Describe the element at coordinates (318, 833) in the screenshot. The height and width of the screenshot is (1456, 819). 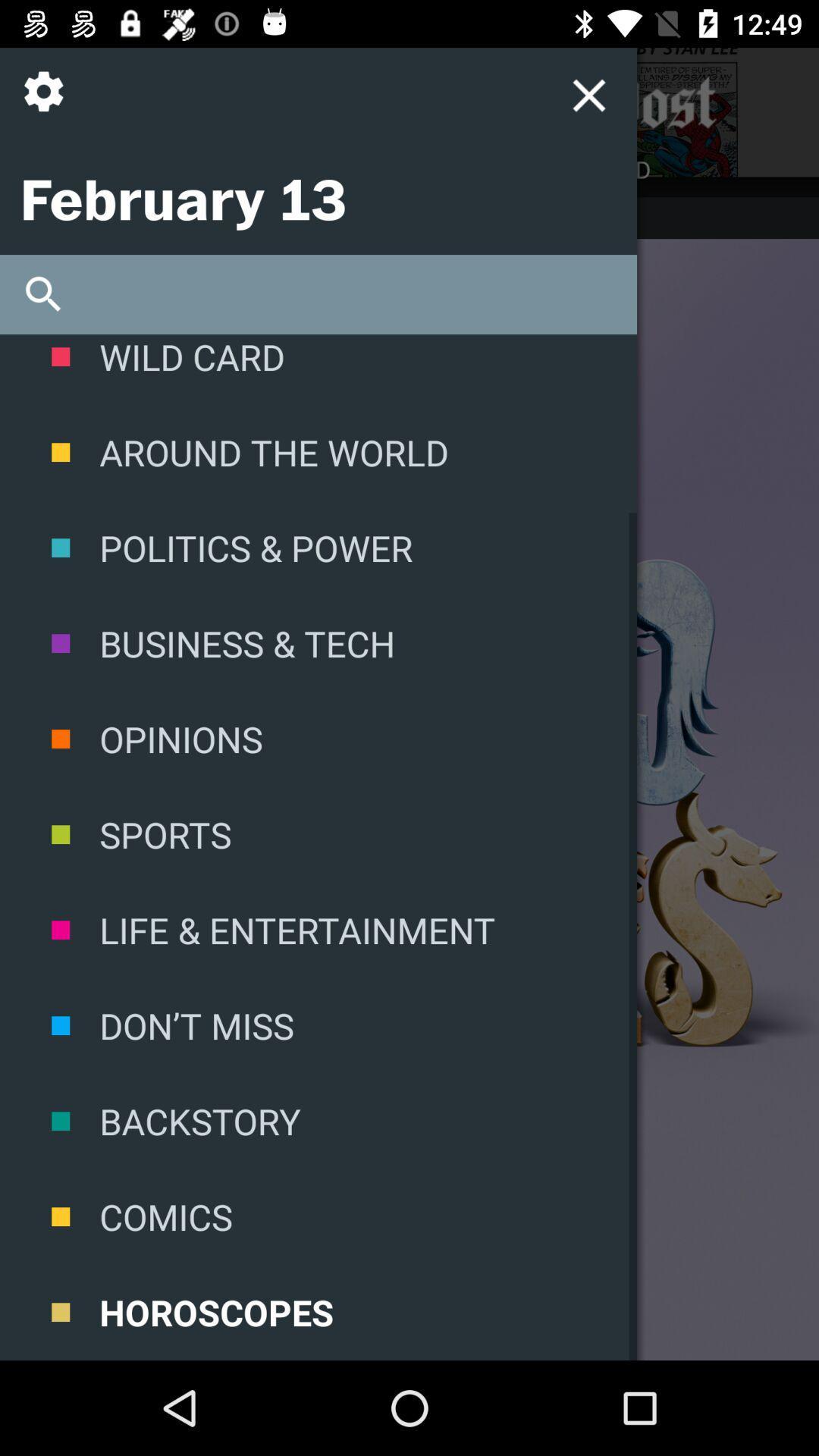
I see `the sports icon` at that location.